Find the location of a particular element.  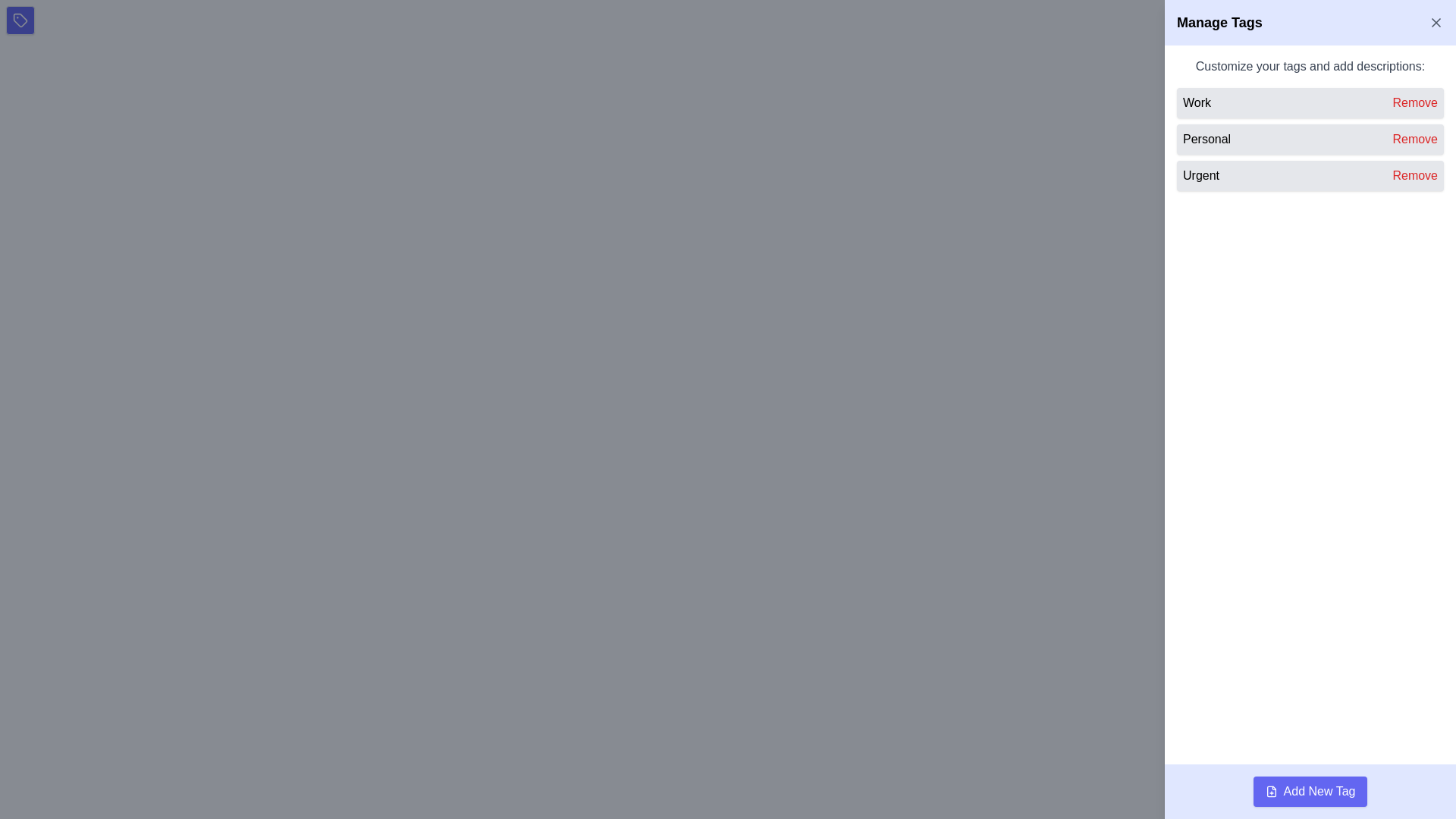

the diagonal line of the close button in the top-right corner of the 'Manage Tags' interface is located at coordinates (1436, 23).